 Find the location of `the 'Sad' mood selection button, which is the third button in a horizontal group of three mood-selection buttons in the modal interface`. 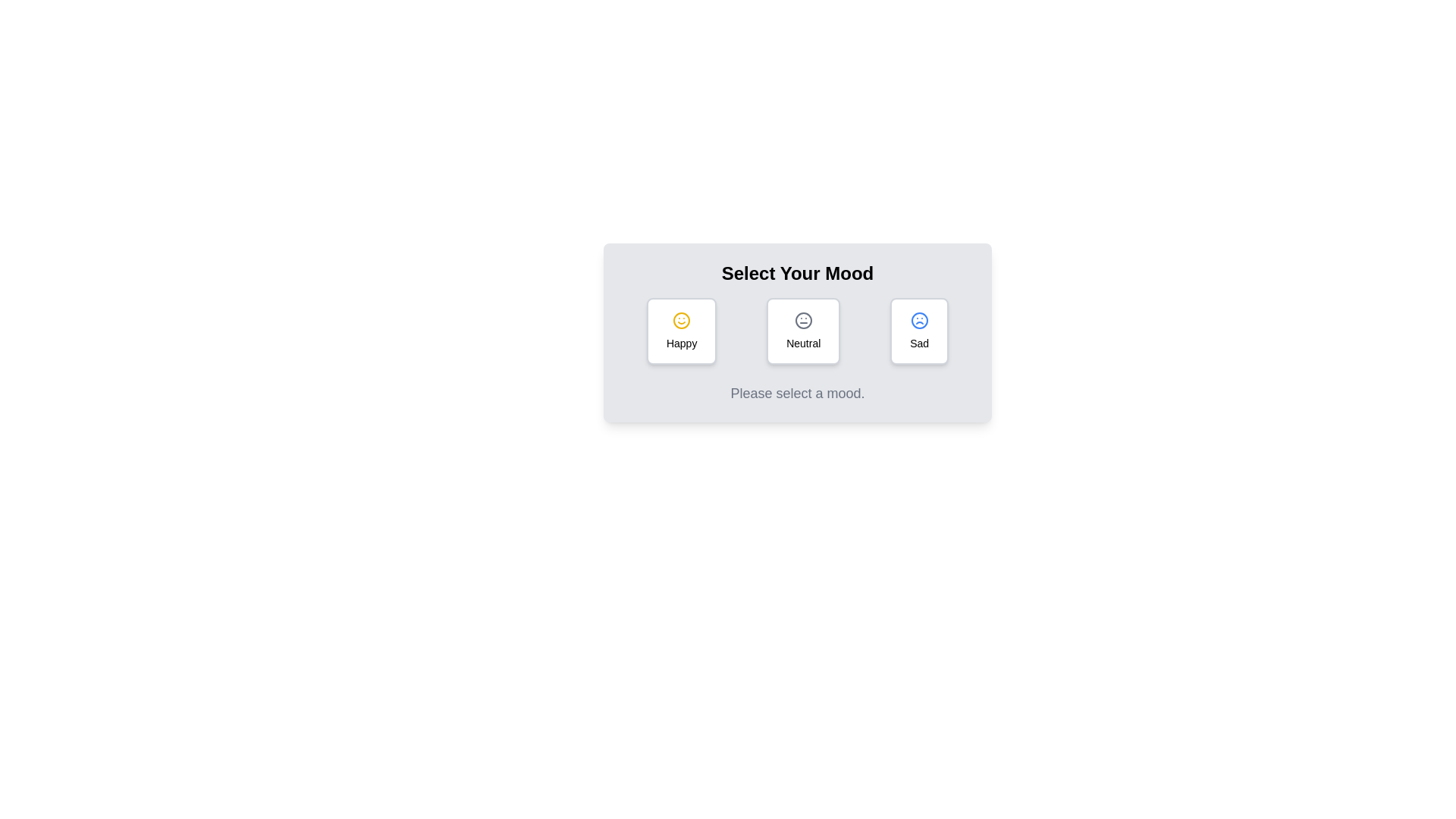

the 'Sad' mood selection button, which is the third button in a horizontal group of three mood-selection buttons in the modal interface is located at coordinates (918, 330).